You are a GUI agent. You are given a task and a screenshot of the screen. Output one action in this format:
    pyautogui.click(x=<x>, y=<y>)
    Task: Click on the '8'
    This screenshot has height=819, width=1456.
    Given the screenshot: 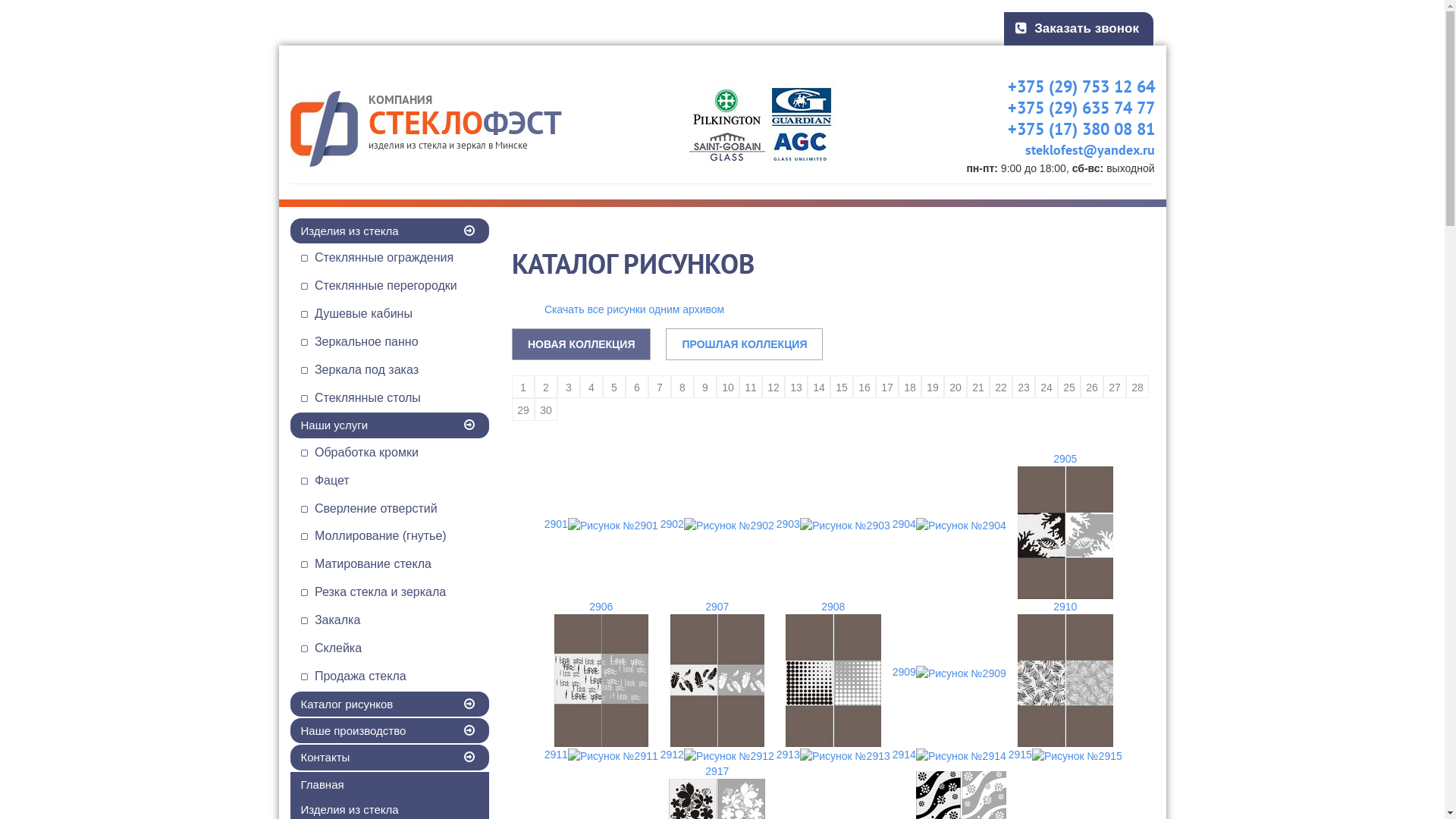 What is the action you would take?
    pyautogui.click(x=682, y=385)
    